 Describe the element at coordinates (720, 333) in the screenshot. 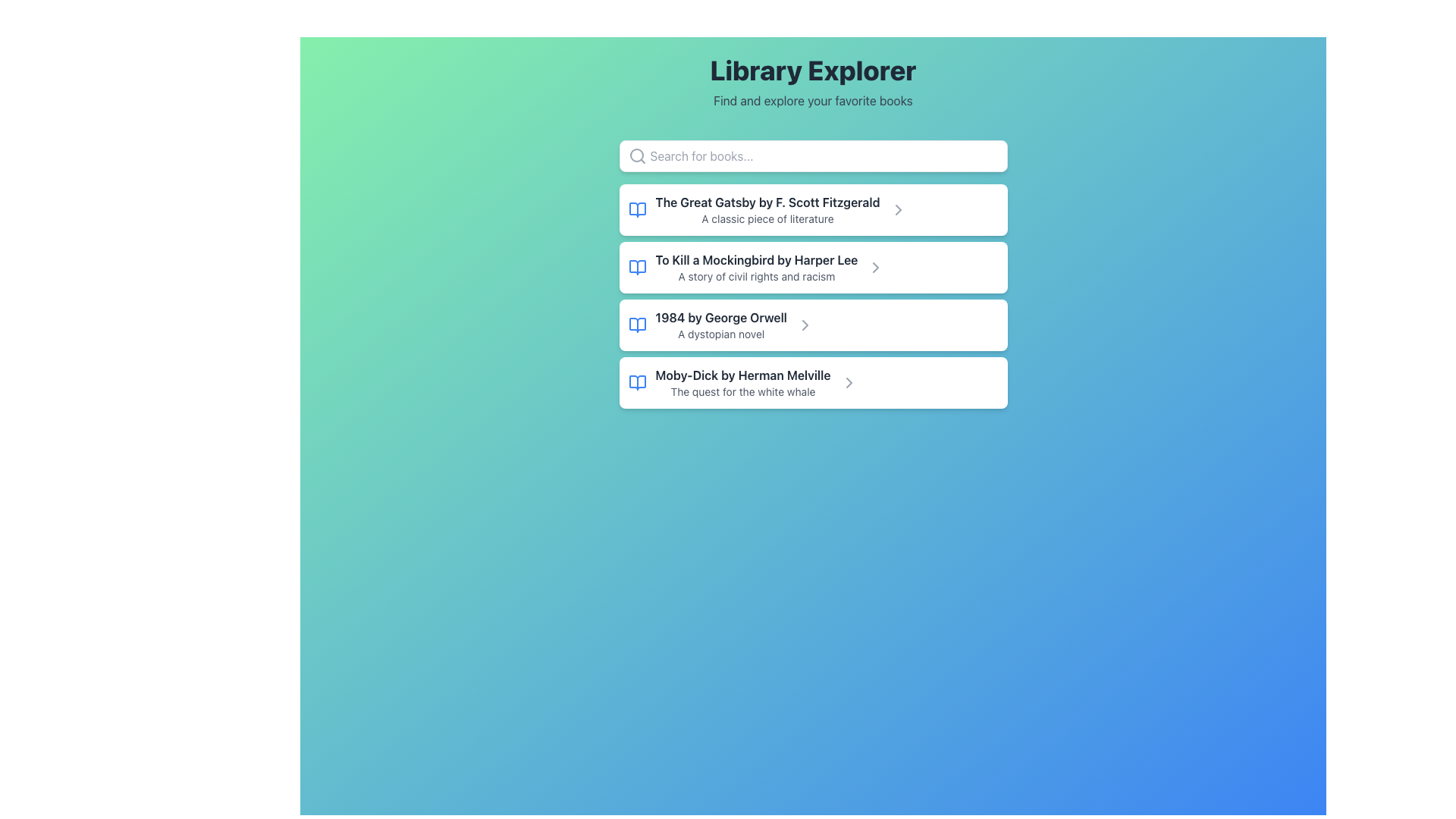

I see `the text label displaying 'A dystopian novel', which is styled in a smaller gray font and positioned below the main title '1984 by George Orwell'` at that location.